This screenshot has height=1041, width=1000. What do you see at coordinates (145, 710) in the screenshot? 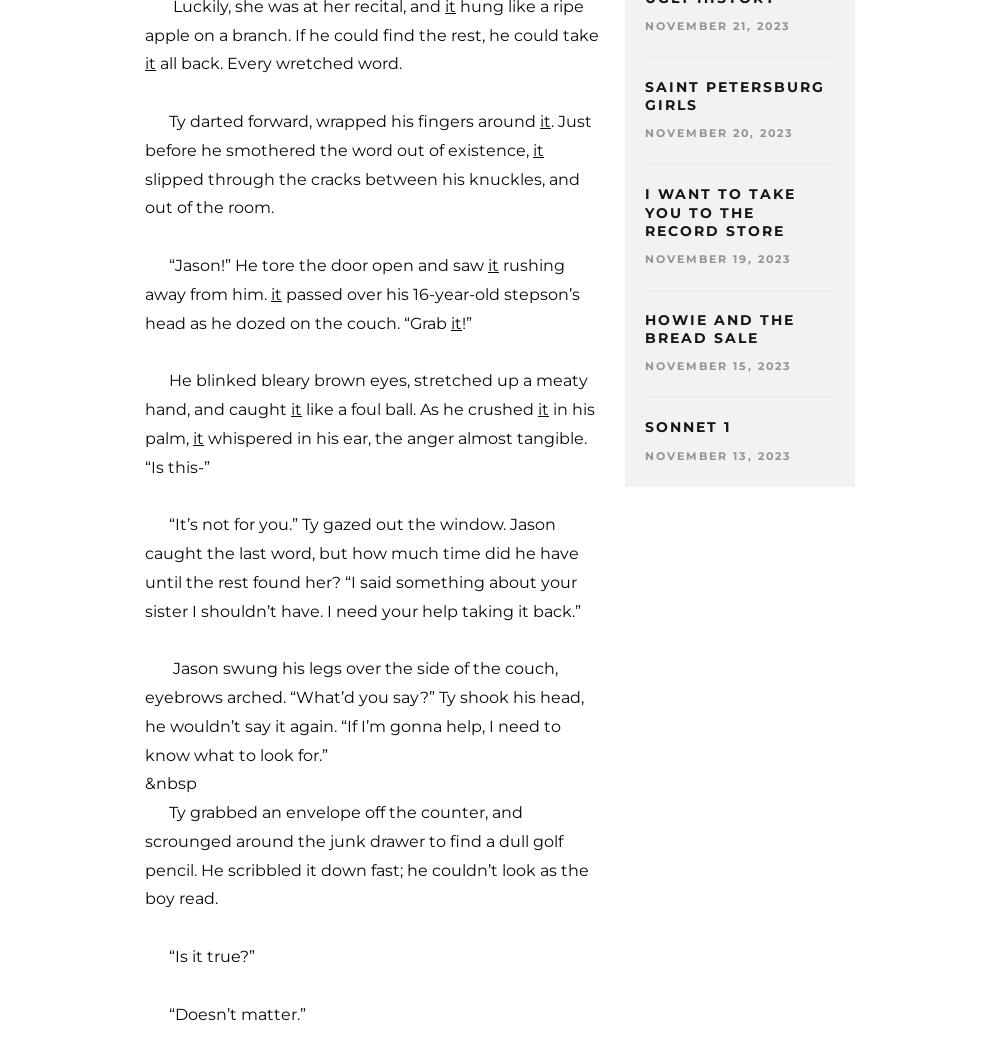
I see `'Jason swung his legs over the side of the couch, eyebrows arched. “What’d you say?” Ty shook his head, he wouldn’t say it again. “If I’m gonna help, I need to know what to look for.”'` at bounding box center [145, 710].